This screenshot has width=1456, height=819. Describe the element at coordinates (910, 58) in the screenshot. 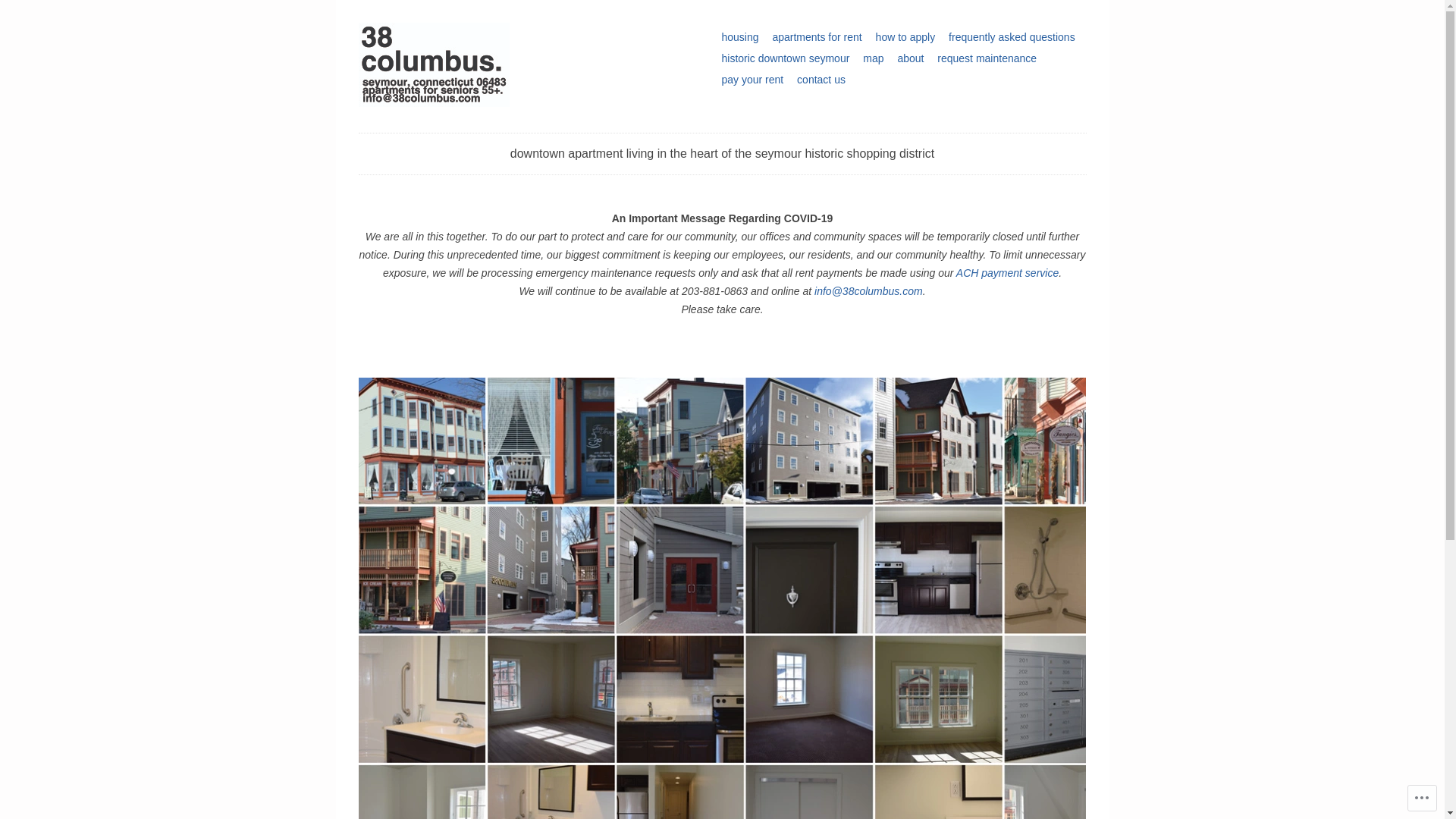

I see `'about'` at that location.